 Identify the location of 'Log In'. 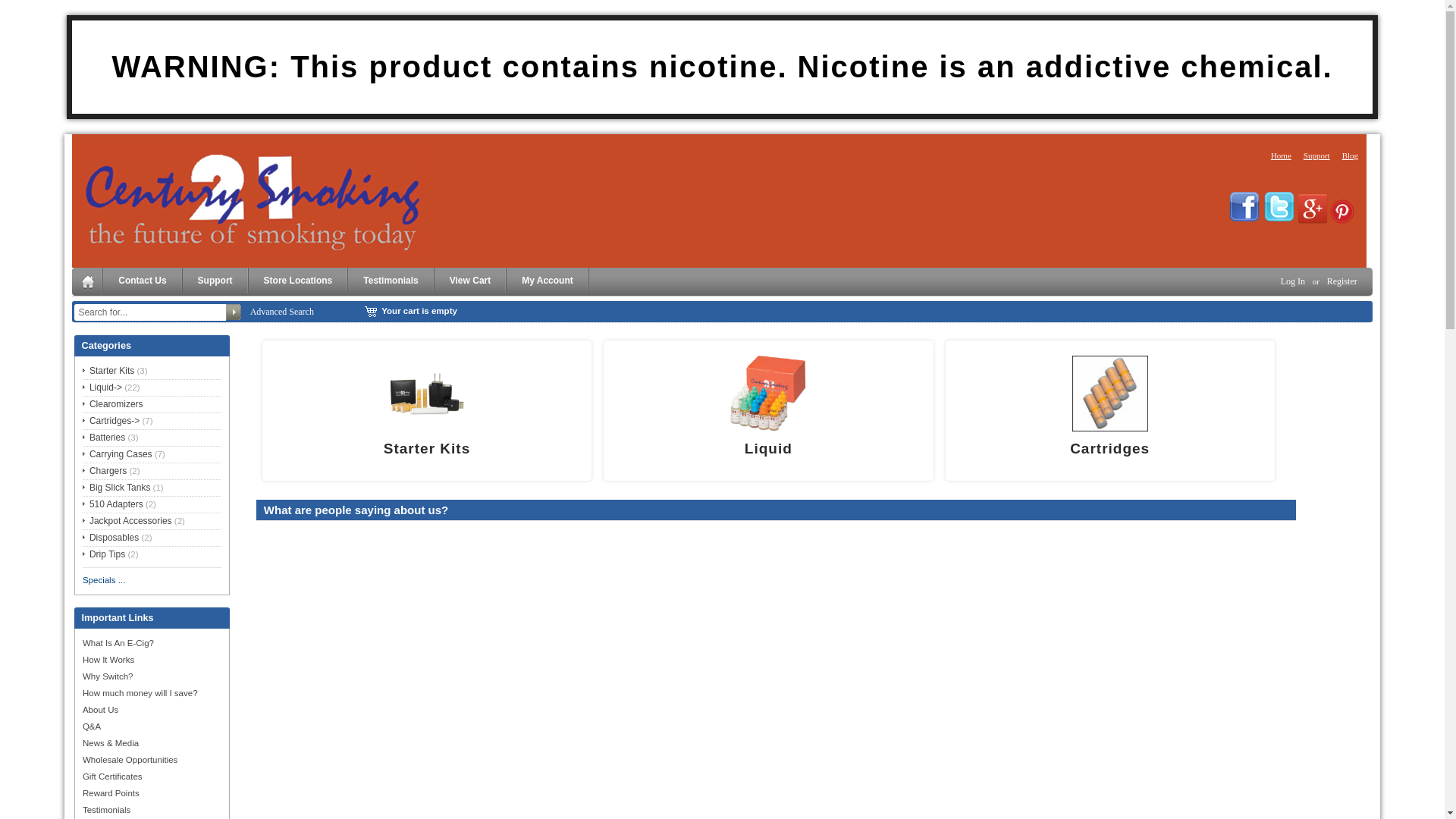
(1274, 281).